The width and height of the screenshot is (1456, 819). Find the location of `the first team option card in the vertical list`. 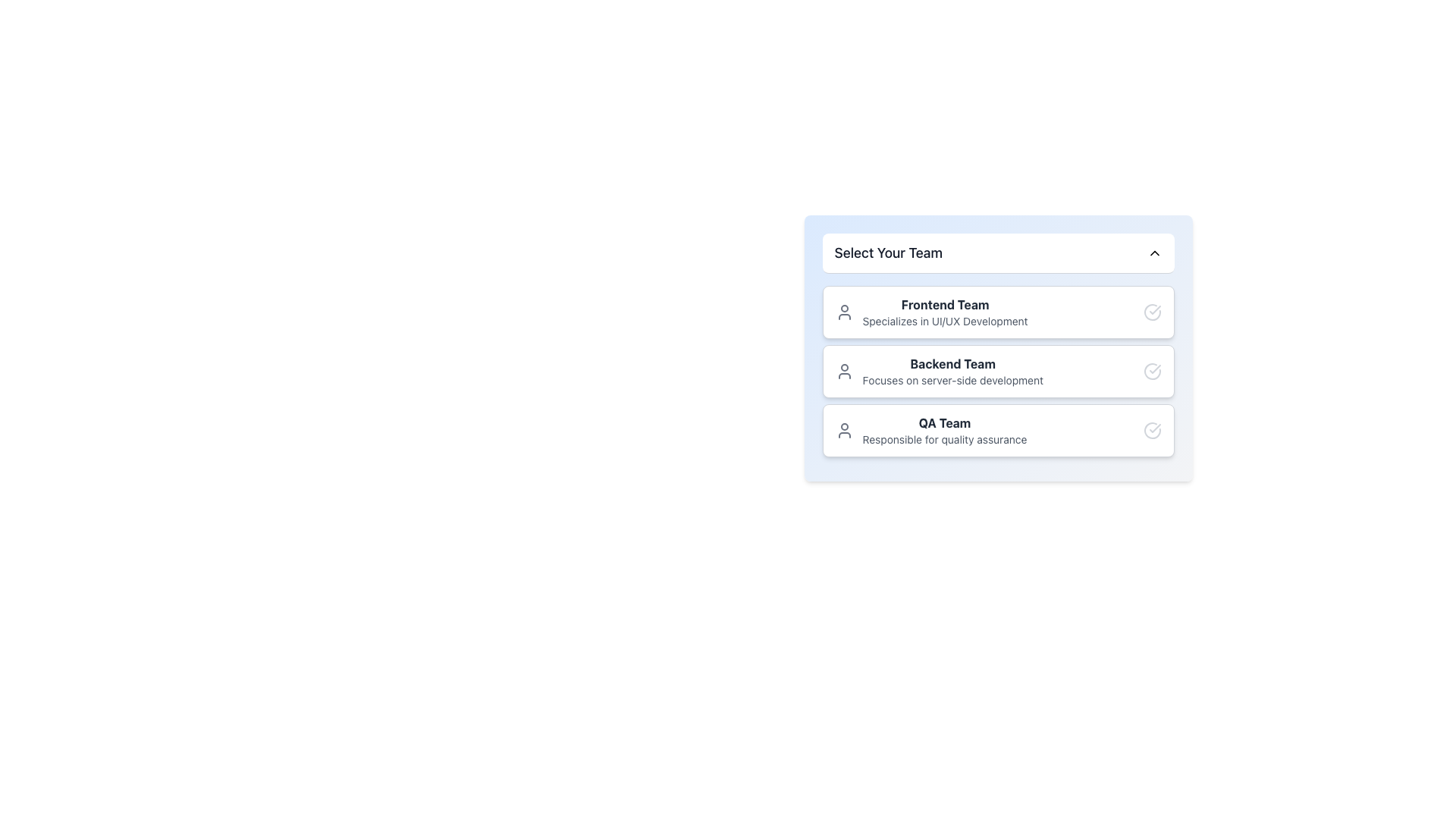

the first team option card in the vertical list is located at coordinates (998, 312).